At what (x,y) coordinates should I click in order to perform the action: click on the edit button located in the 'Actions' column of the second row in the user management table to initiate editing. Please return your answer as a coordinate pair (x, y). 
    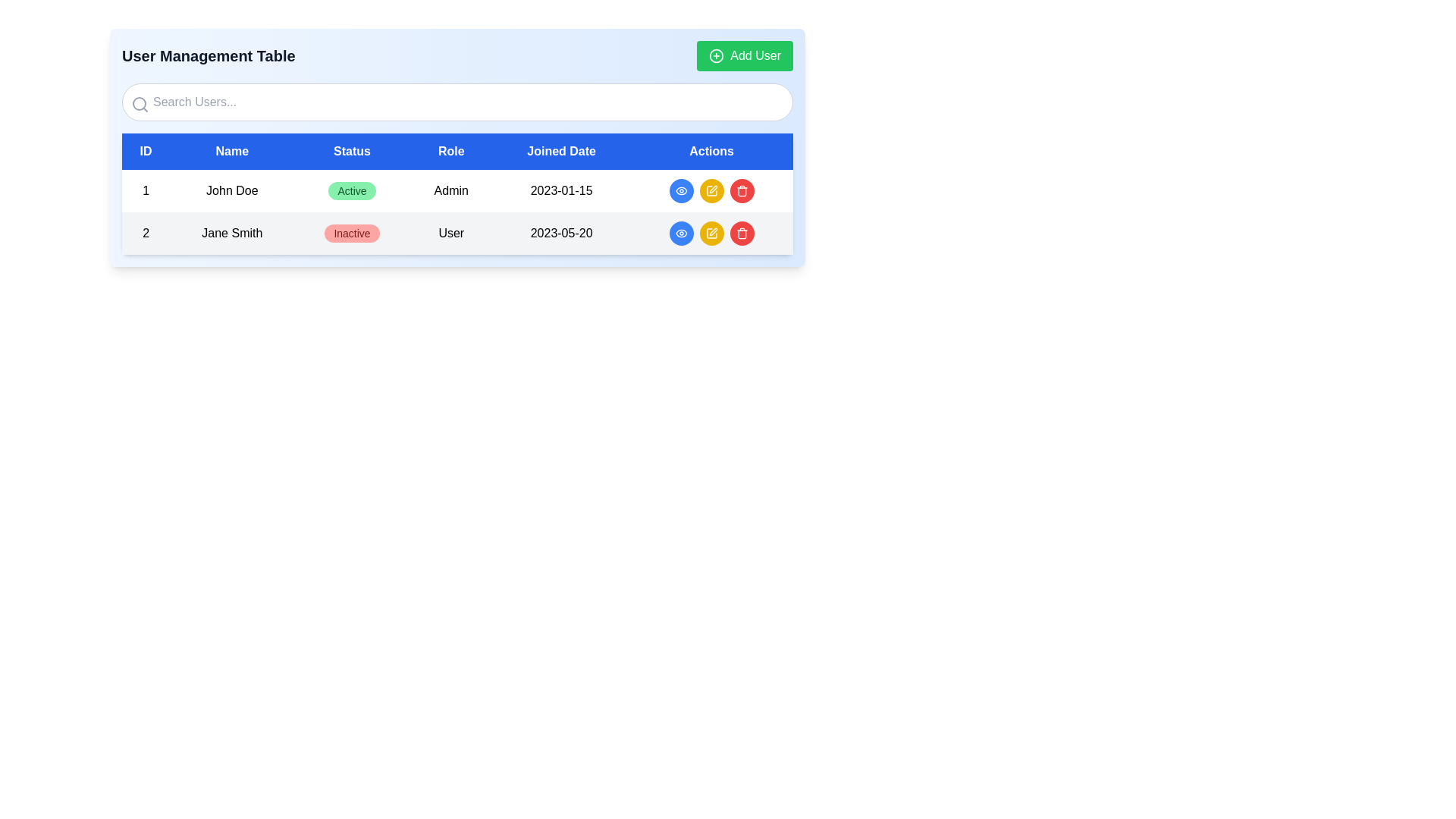
    Looking at the image, I should click on (710, 234).